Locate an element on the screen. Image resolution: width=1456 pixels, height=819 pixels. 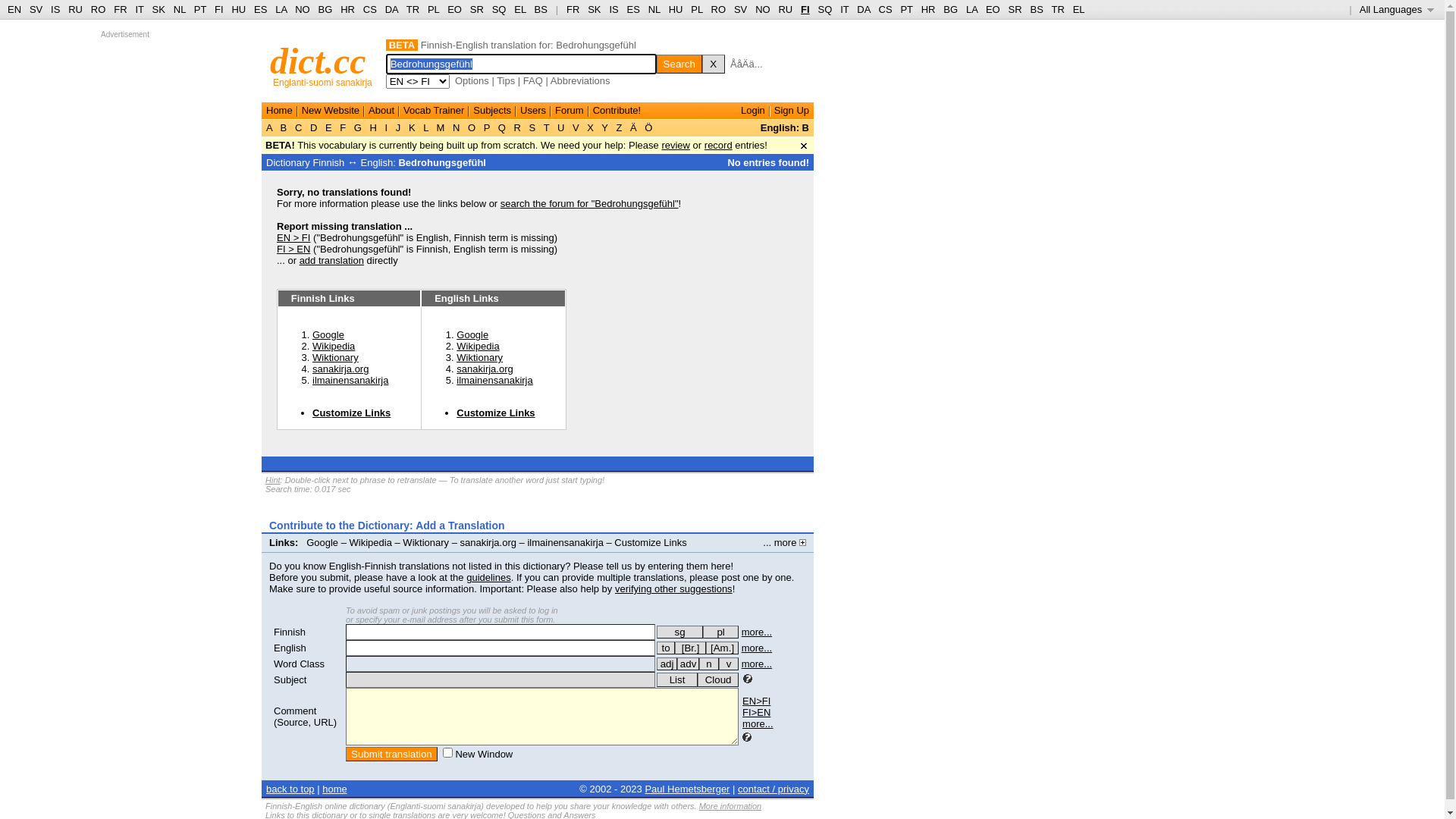
'HU' is located at coordinates (231, 9).